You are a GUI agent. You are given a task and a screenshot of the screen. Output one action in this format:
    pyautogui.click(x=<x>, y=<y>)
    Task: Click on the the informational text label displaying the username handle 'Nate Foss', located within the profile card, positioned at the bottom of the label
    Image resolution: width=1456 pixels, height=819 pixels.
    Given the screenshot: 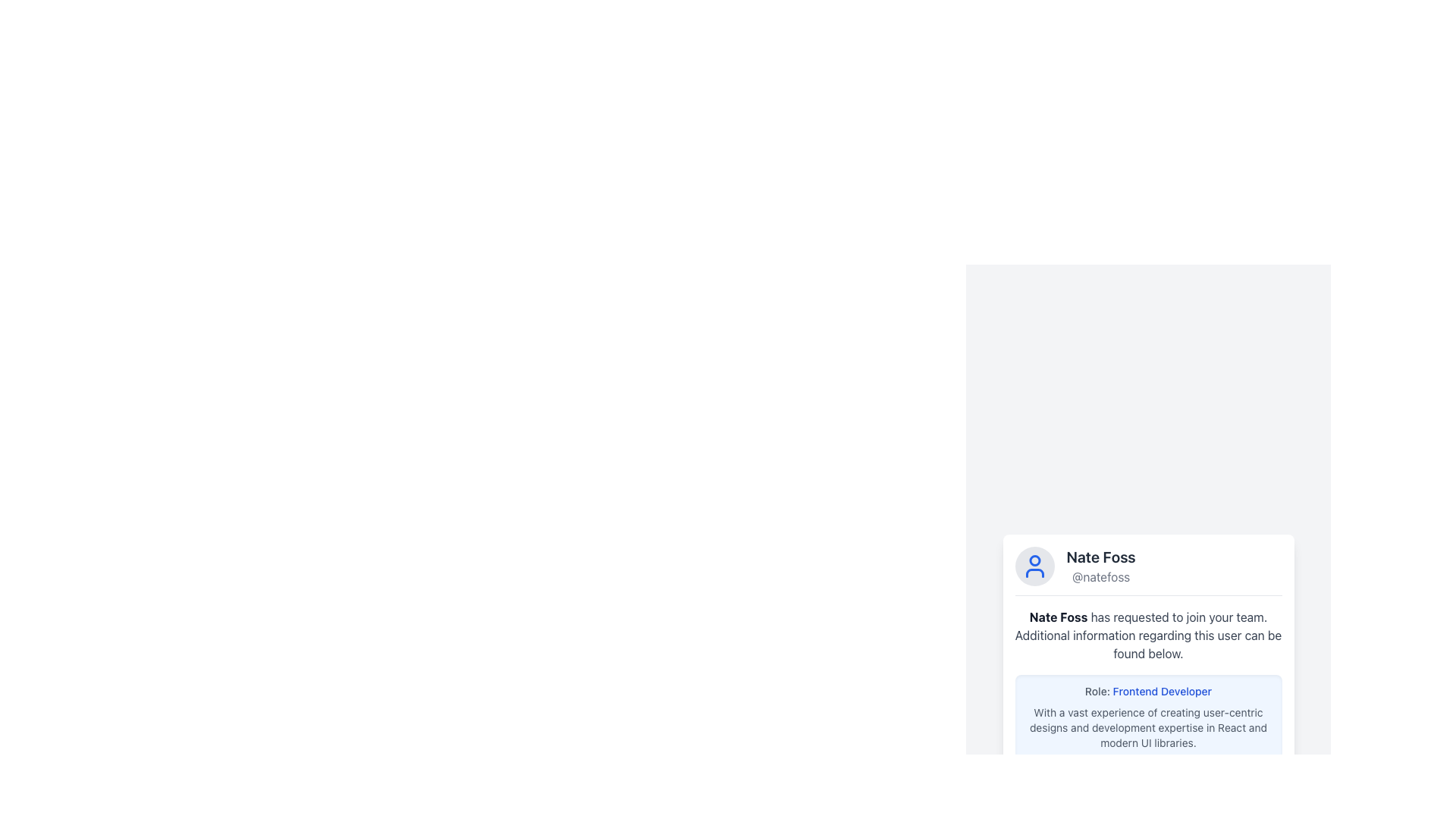 What is the action you would take?
    pyautogui.click(x=1101, y=576)
    